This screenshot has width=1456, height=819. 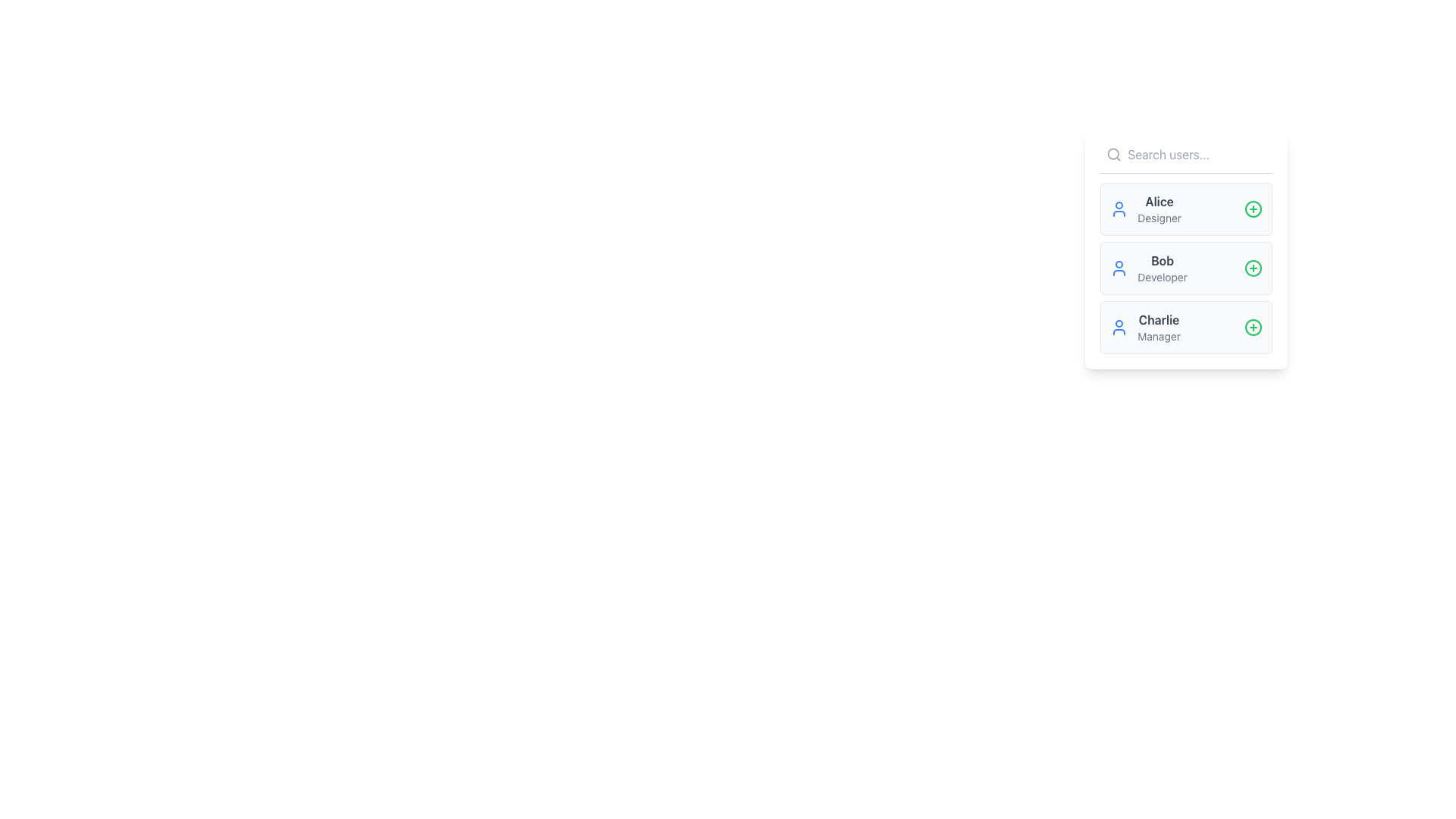 What do you see at coordinates (1159, 209) in the screenshot?
I see `text label displaying the name 'Alice' and the role 'Designer' located in the topmost user entry of the list in the right-hand panel` at bounding box center [1159, 209].